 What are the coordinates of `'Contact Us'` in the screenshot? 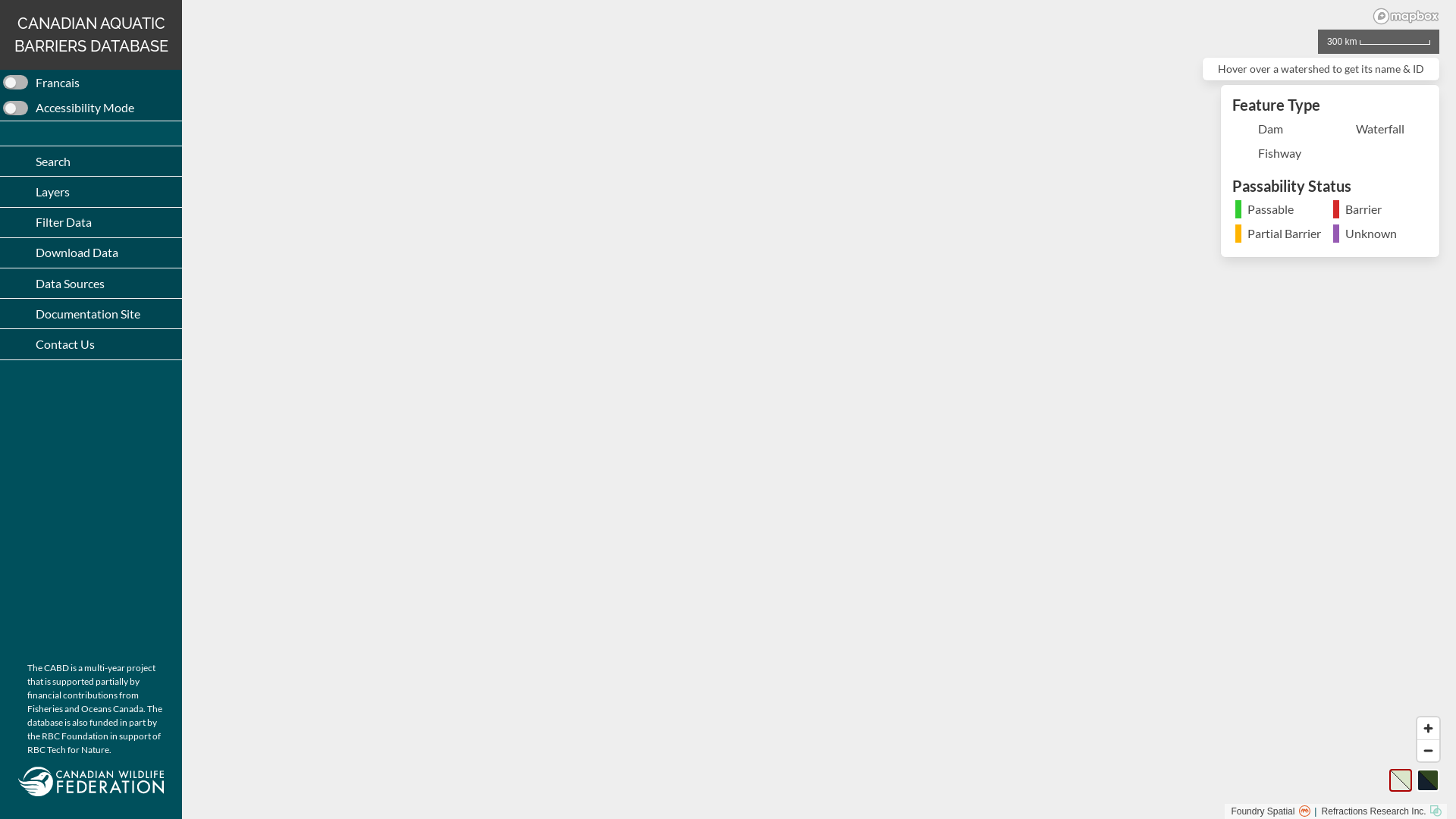 It's located at (90, 344).